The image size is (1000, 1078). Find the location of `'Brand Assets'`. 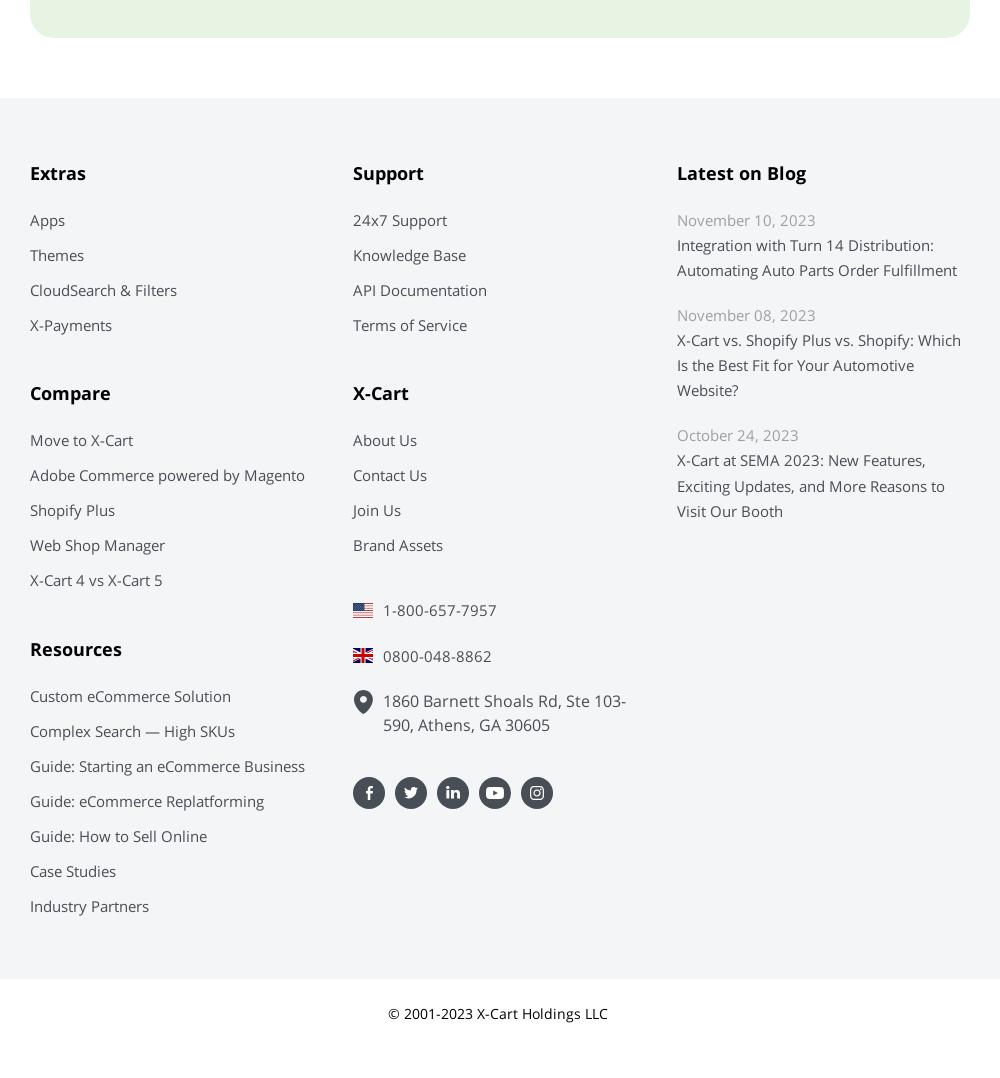

'Brand Assets' is located at coordinates (398, 544).